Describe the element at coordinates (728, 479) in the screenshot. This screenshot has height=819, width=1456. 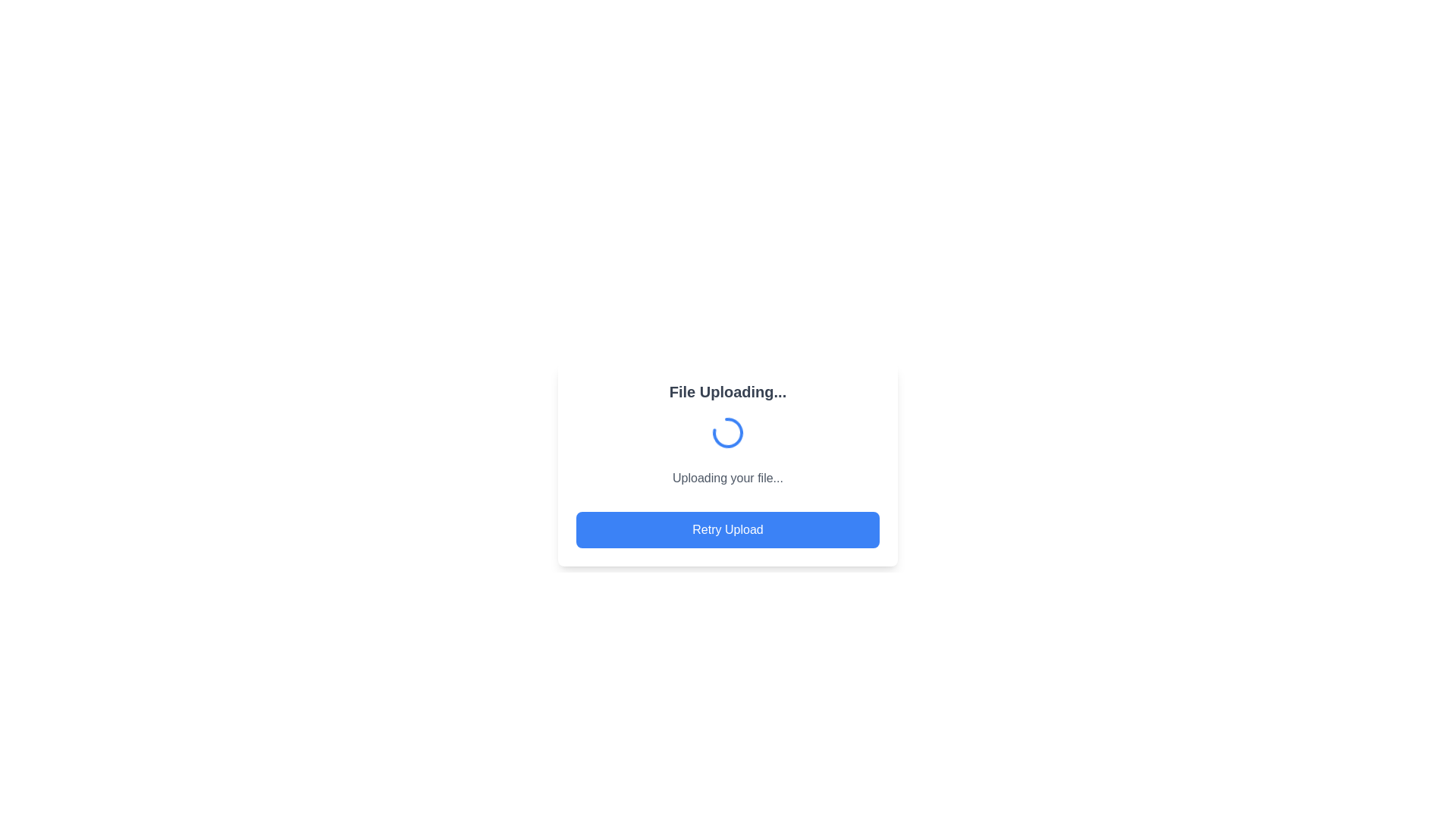
I see `the static text label that provides feedback on the file upload progress, located beneath the loading animation icon and above the 'Retry Upload' button` at that location.